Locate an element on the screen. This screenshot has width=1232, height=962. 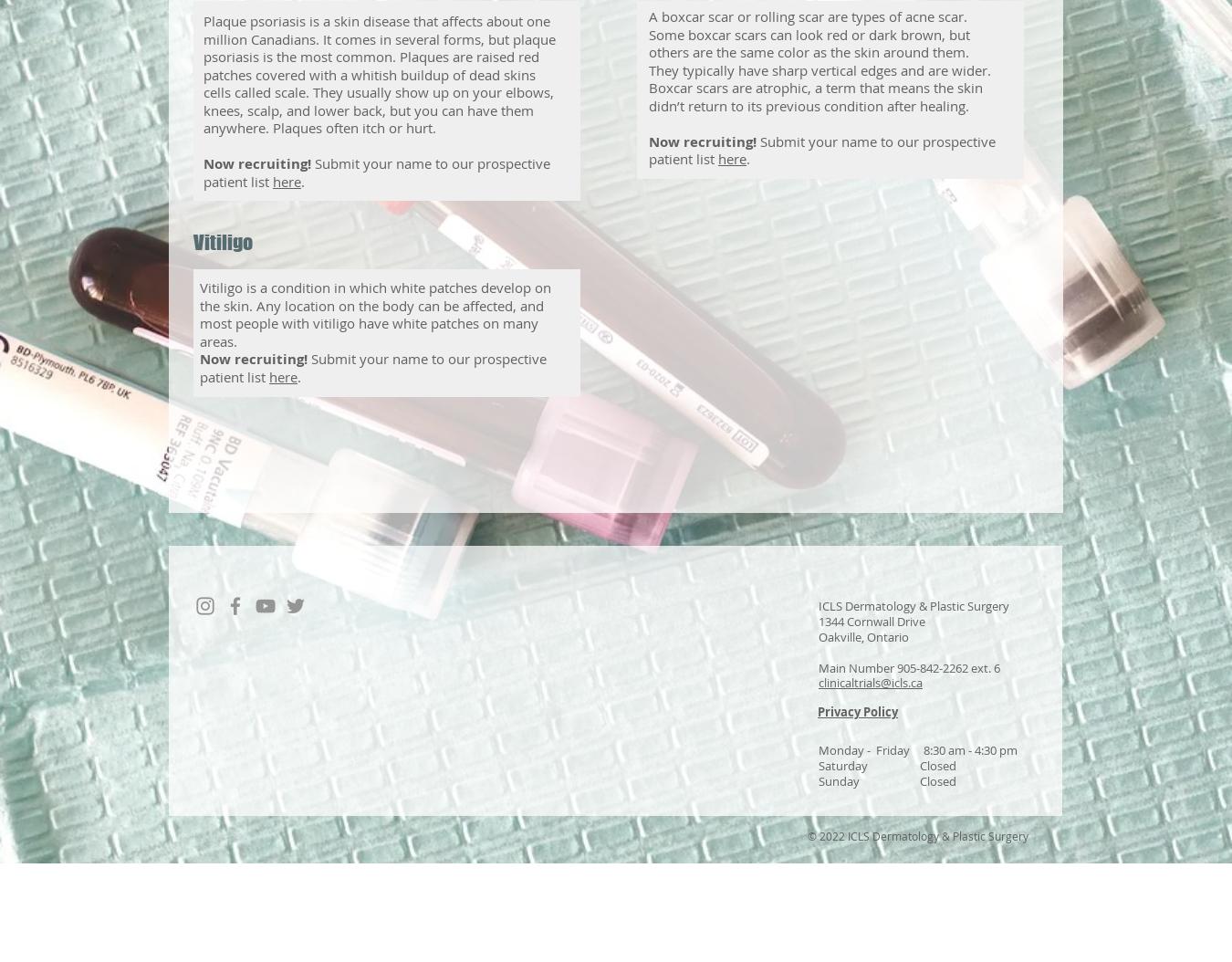
'Sunday                      Closed' is located at coordinates (886, 780).